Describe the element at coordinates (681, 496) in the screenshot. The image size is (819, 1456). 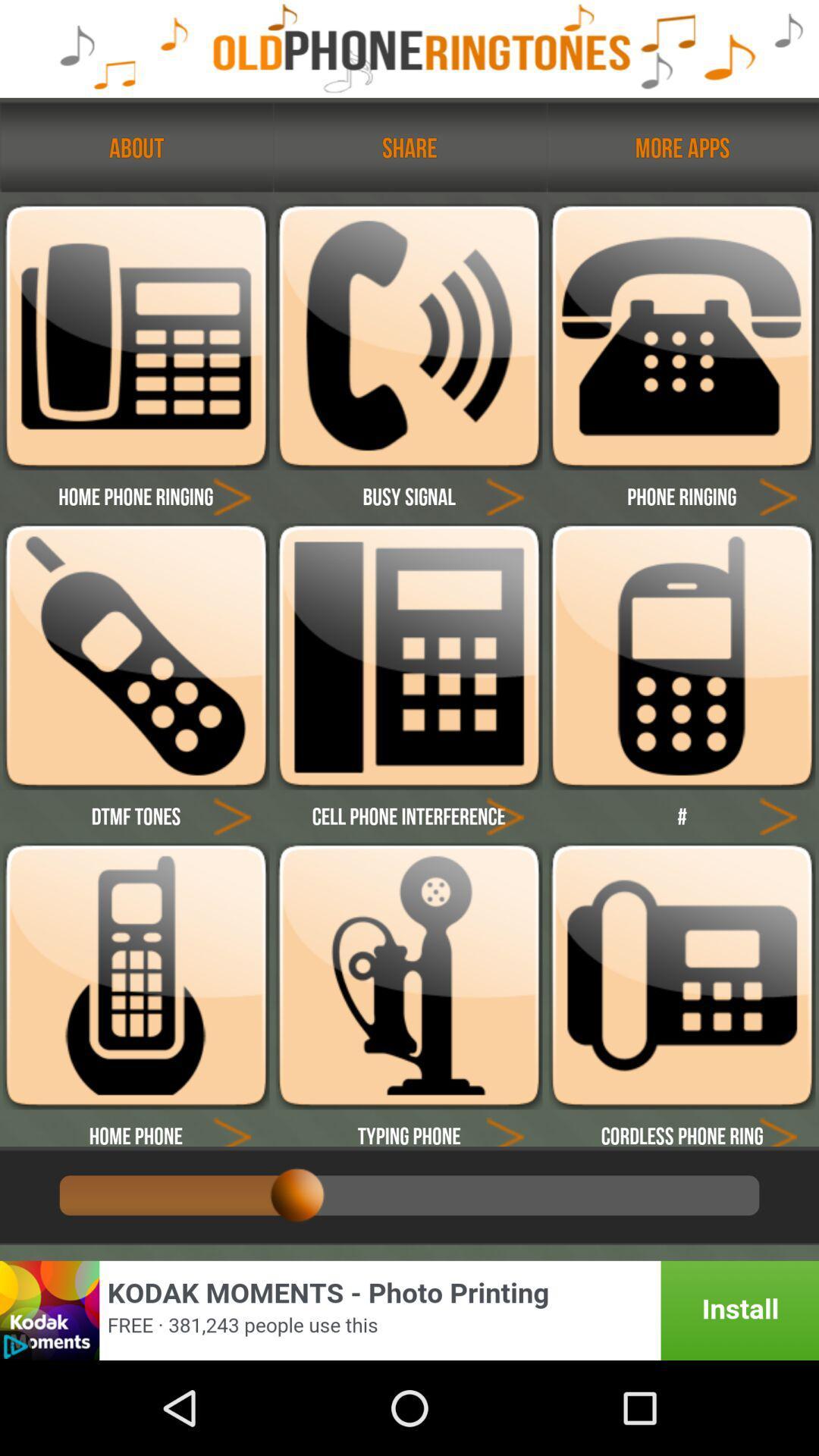
I see `text called phone ringing` at that location.